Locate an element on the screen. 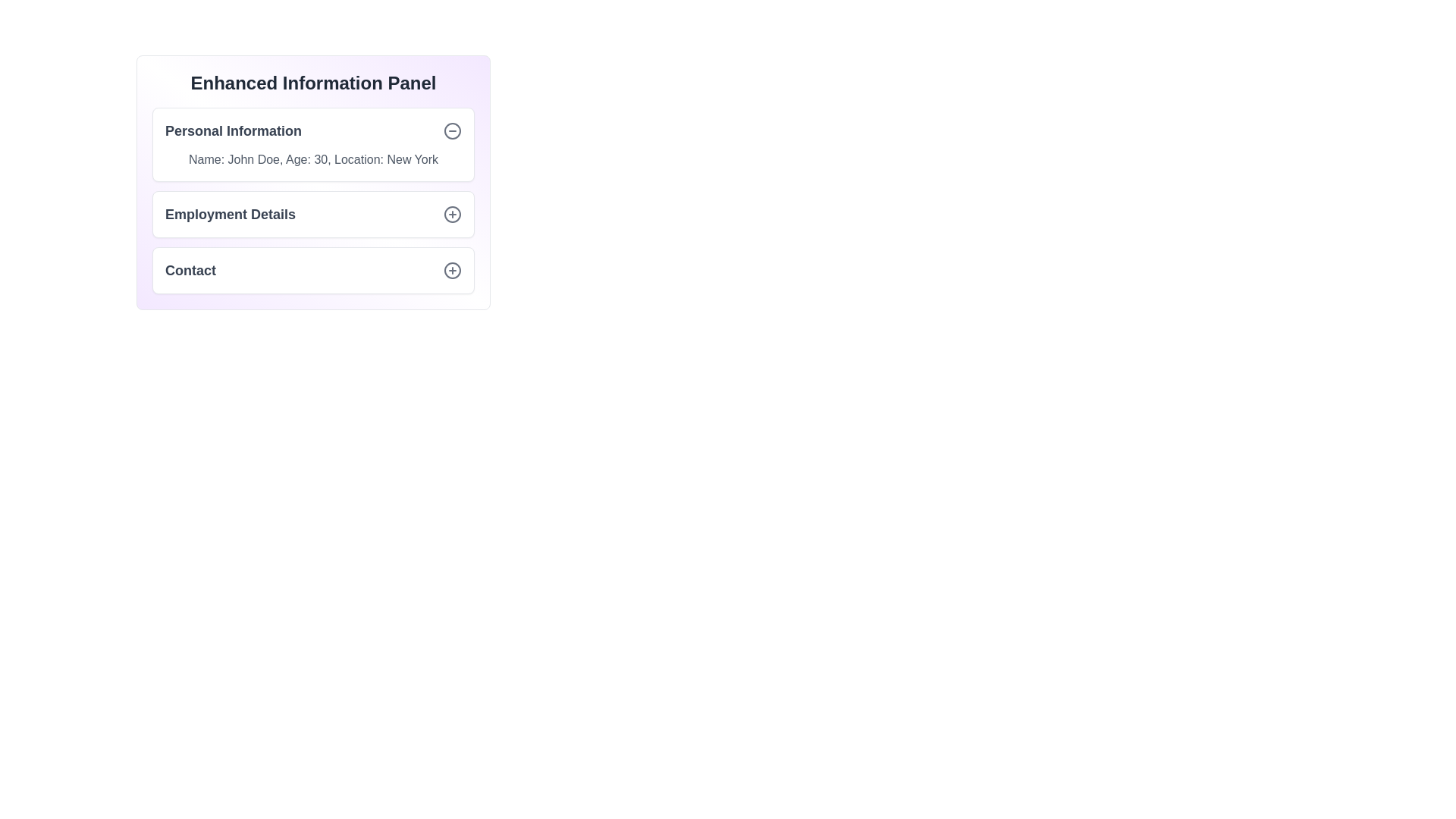 Image resolution: width=1456 pixels, height=819 pixels. text content of the header label located in the middle section of the 'Enhanced Information Panel' sidebar, which is positioned beneath 'Personal Information' and above 'Contact' is located at coordinates (229, 214).